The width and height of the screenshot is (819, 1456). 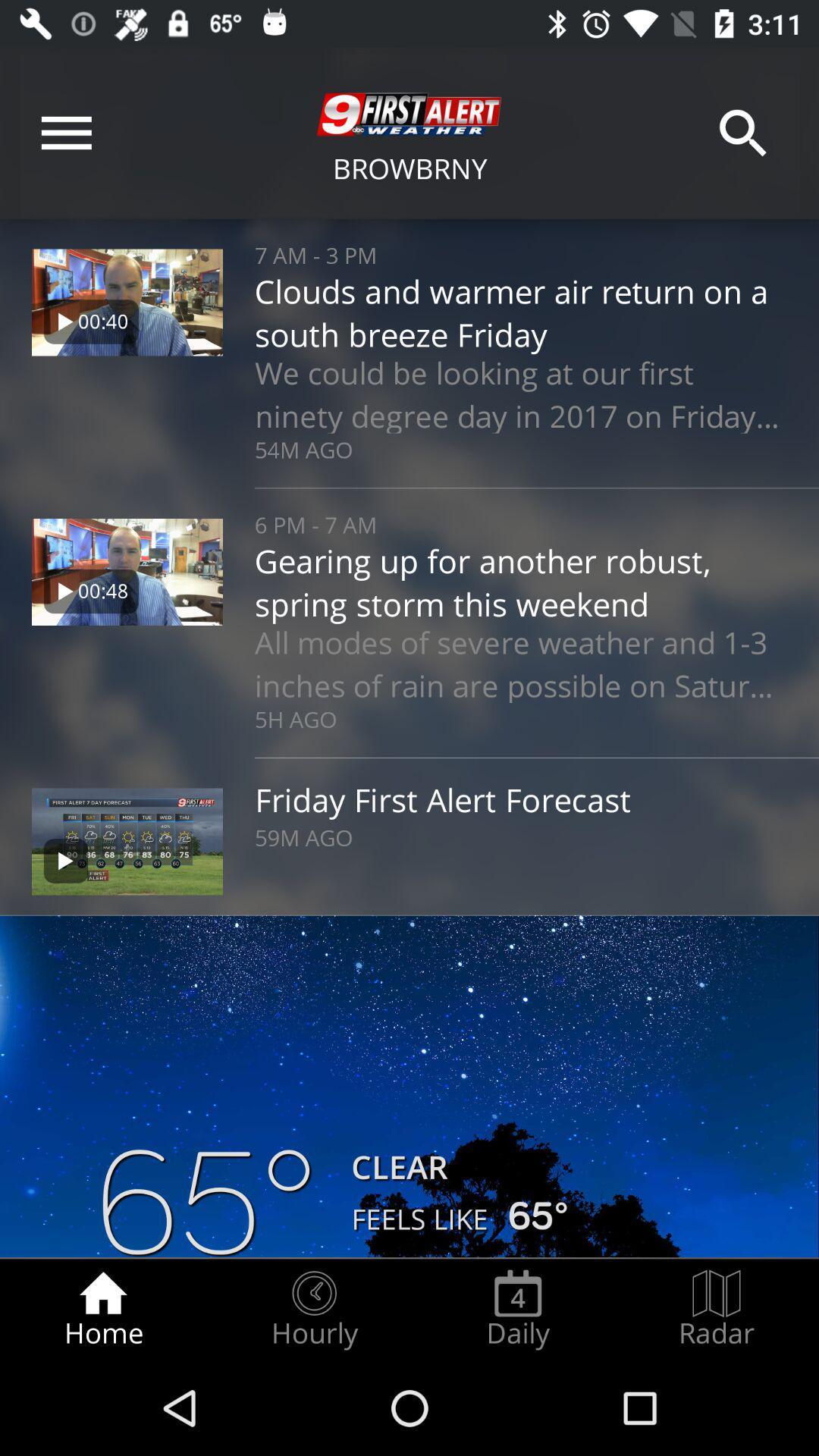 What do you see at coordinates (313, 1309) in the screenshot?
I see `the icon next to the home` at bounding box center [313, 1309].